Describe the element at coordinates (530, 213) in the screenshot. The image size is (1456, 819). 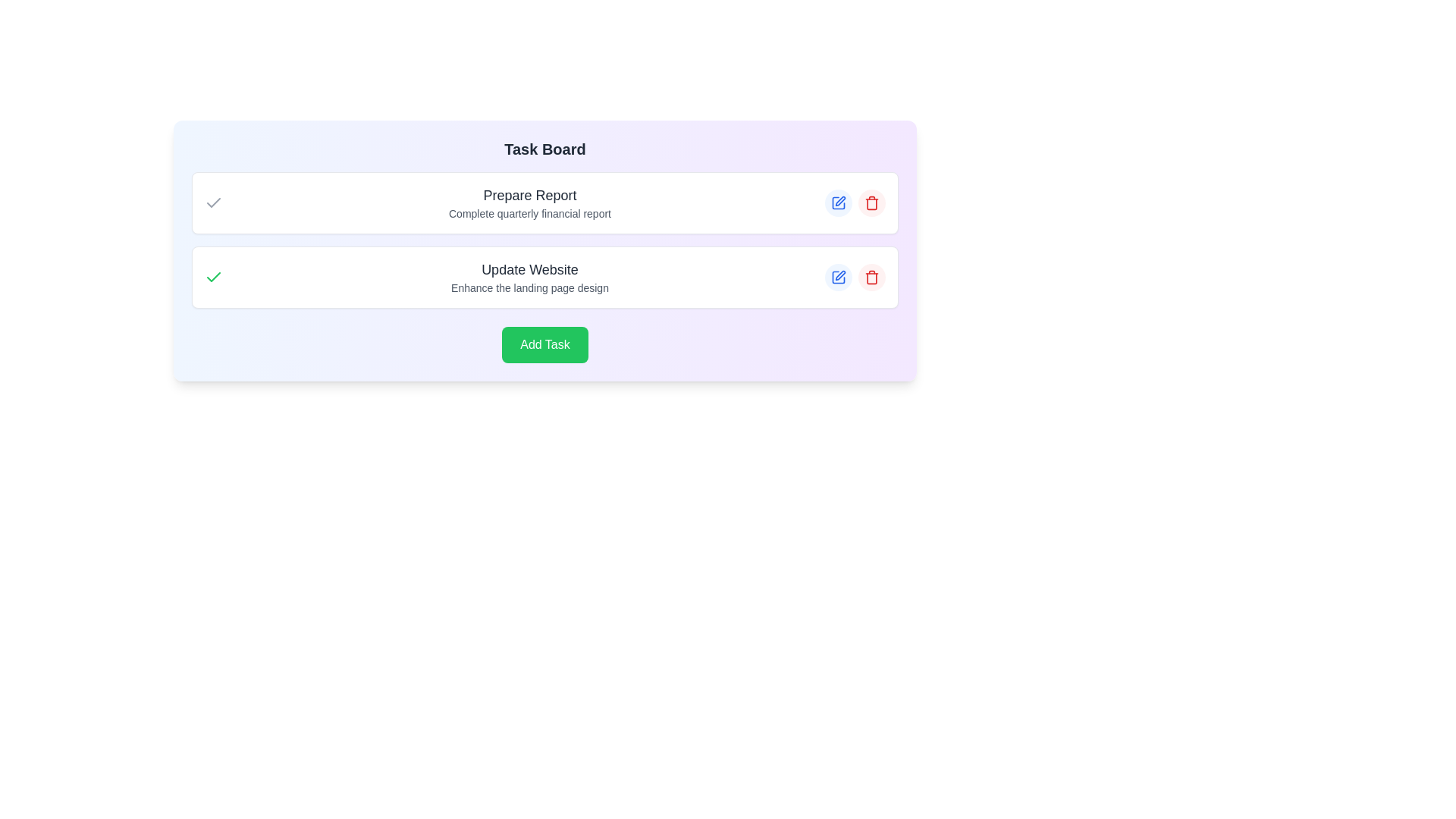
I see `the static text element providing additional details about the 'Prepare Report' task, which is positioned below the task header` at that location.